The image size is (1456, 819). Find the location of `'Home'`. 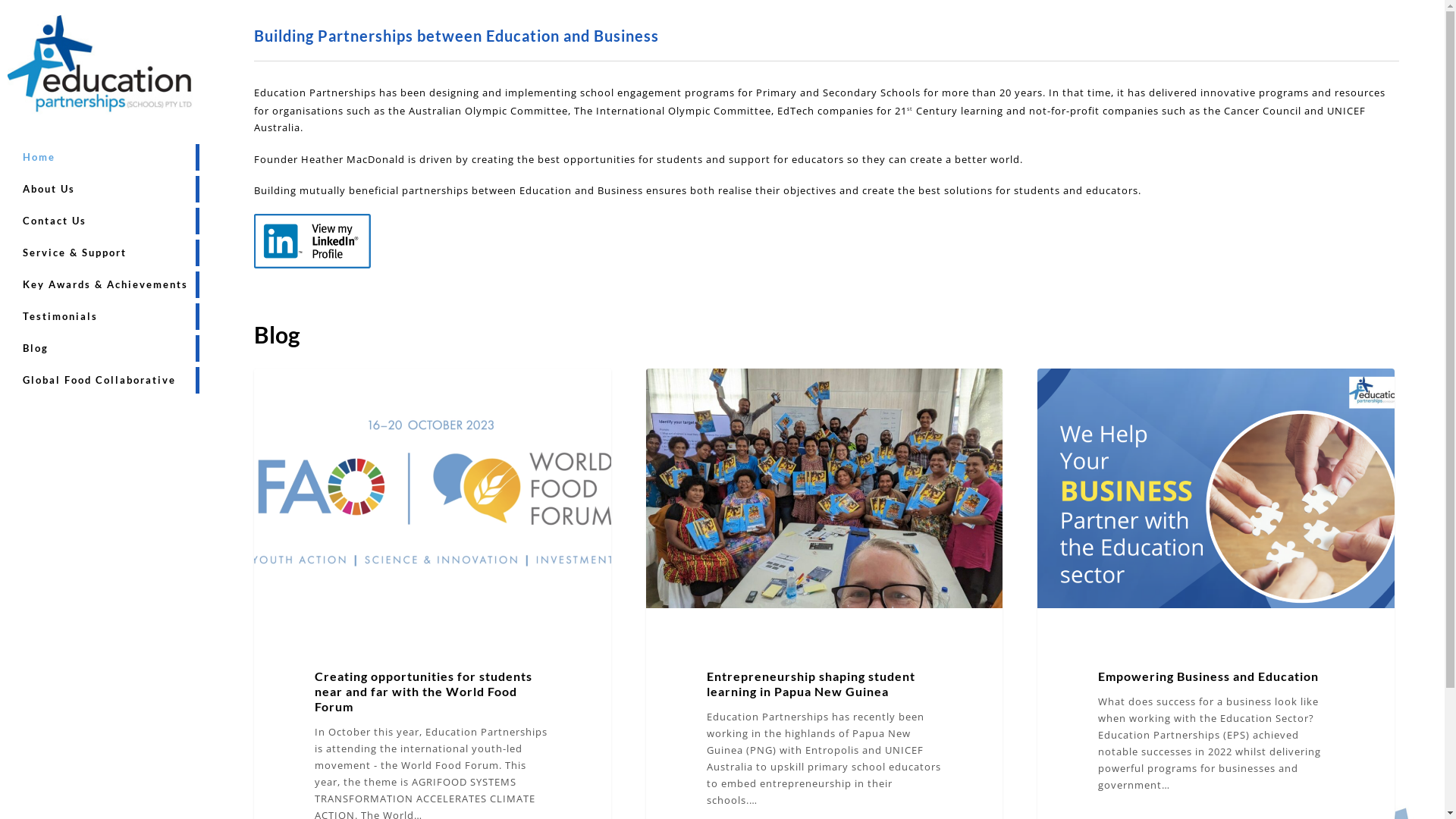

'Home' is located at coordinates (39, 157).